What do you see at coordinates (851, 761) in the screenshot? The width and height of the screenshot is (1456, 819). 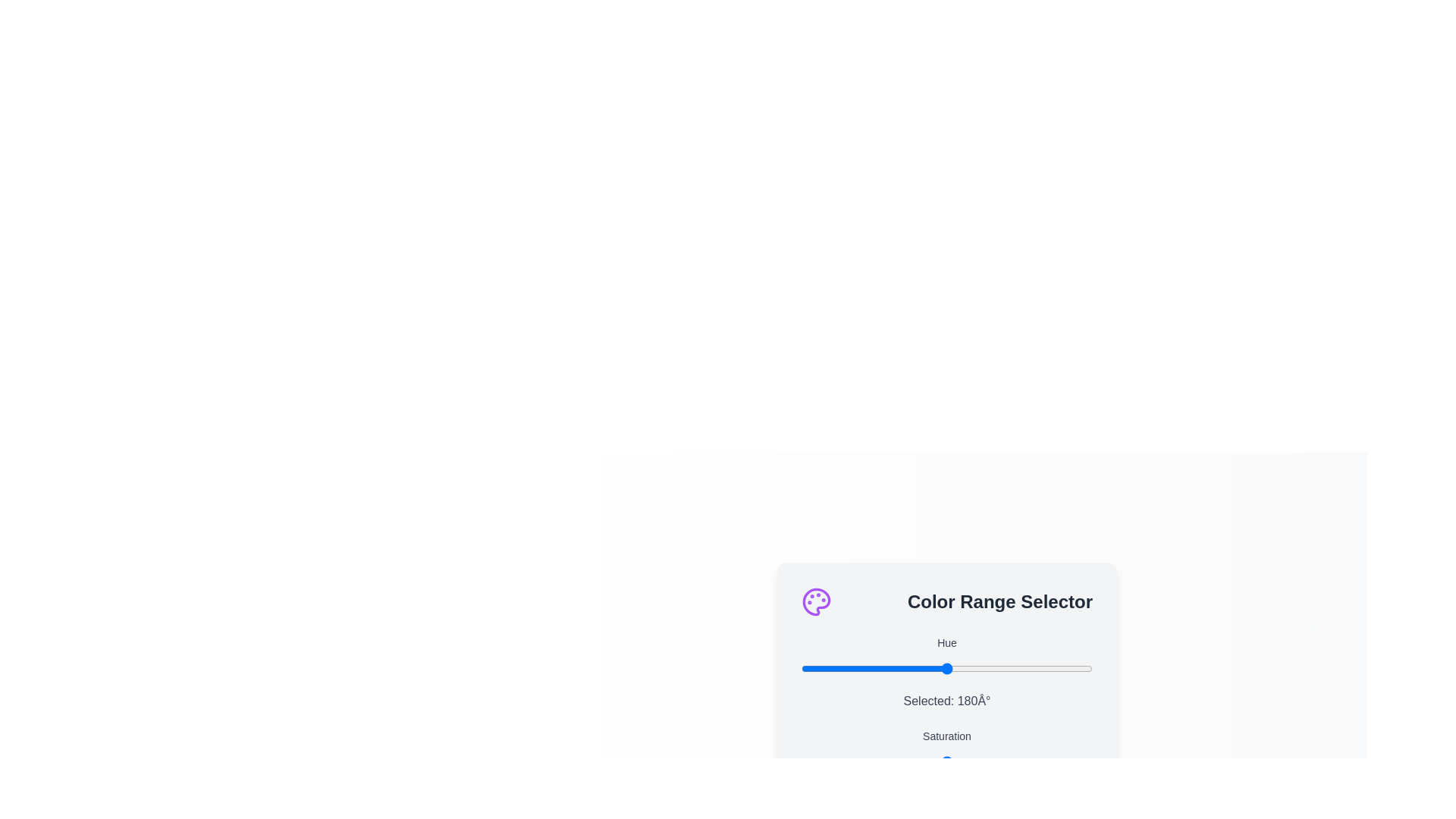 I see `the Hue value` at bounding box center [851, 761].